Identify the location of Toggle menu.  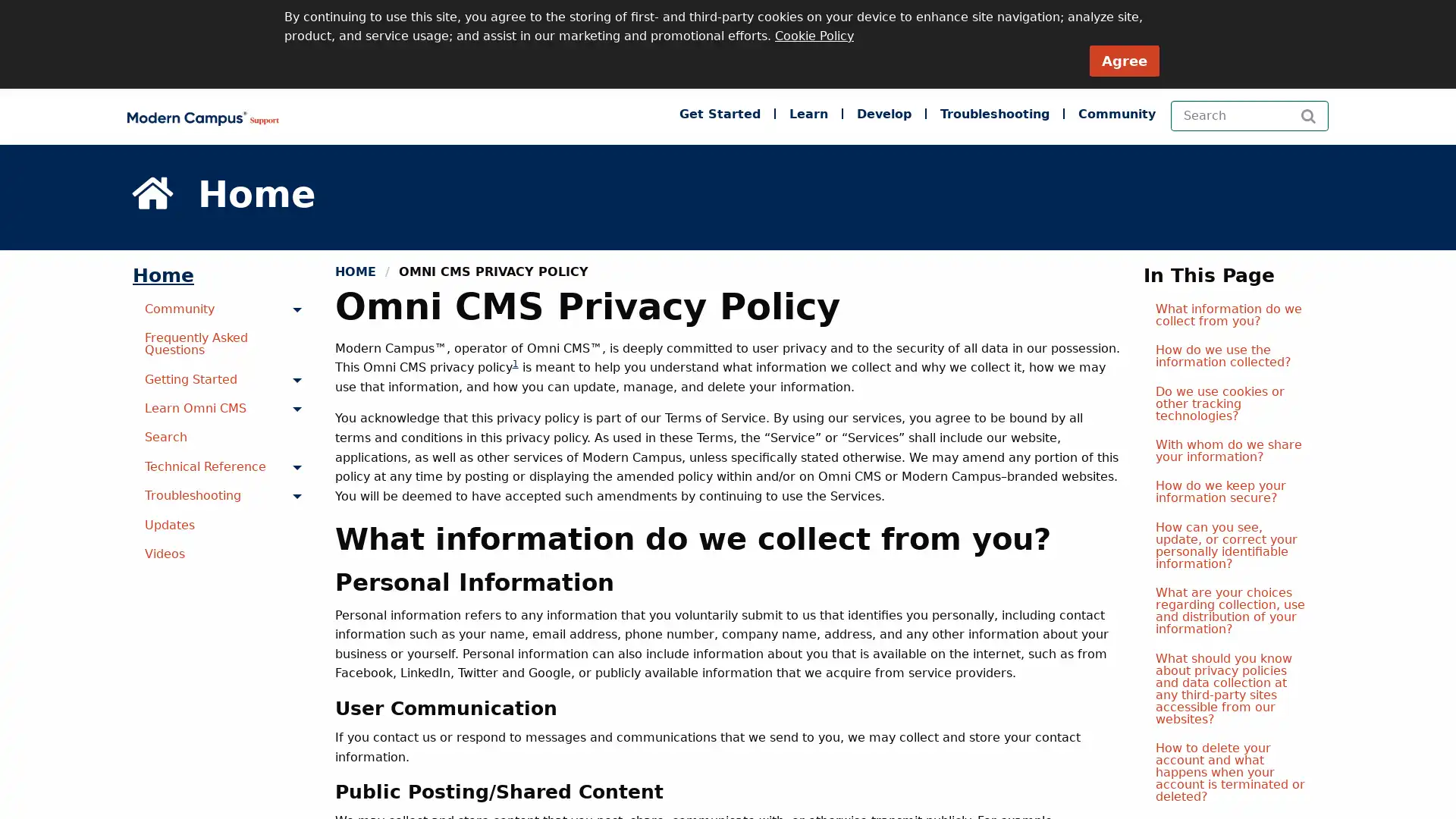
(296, 466).